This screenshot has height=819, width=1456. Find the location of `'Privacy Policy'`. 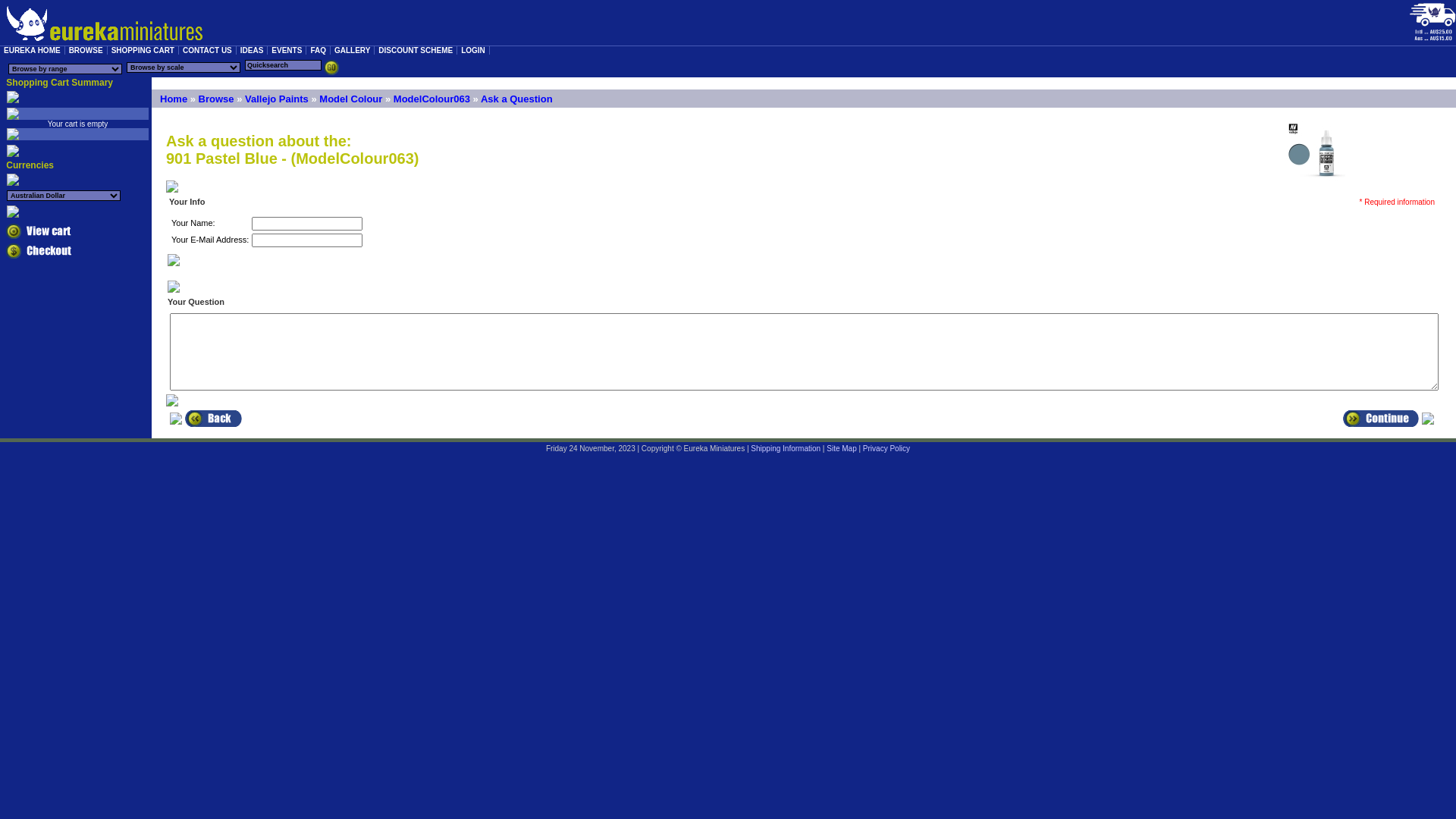

'Privacy Policy' is located at coordinates (886, 447).